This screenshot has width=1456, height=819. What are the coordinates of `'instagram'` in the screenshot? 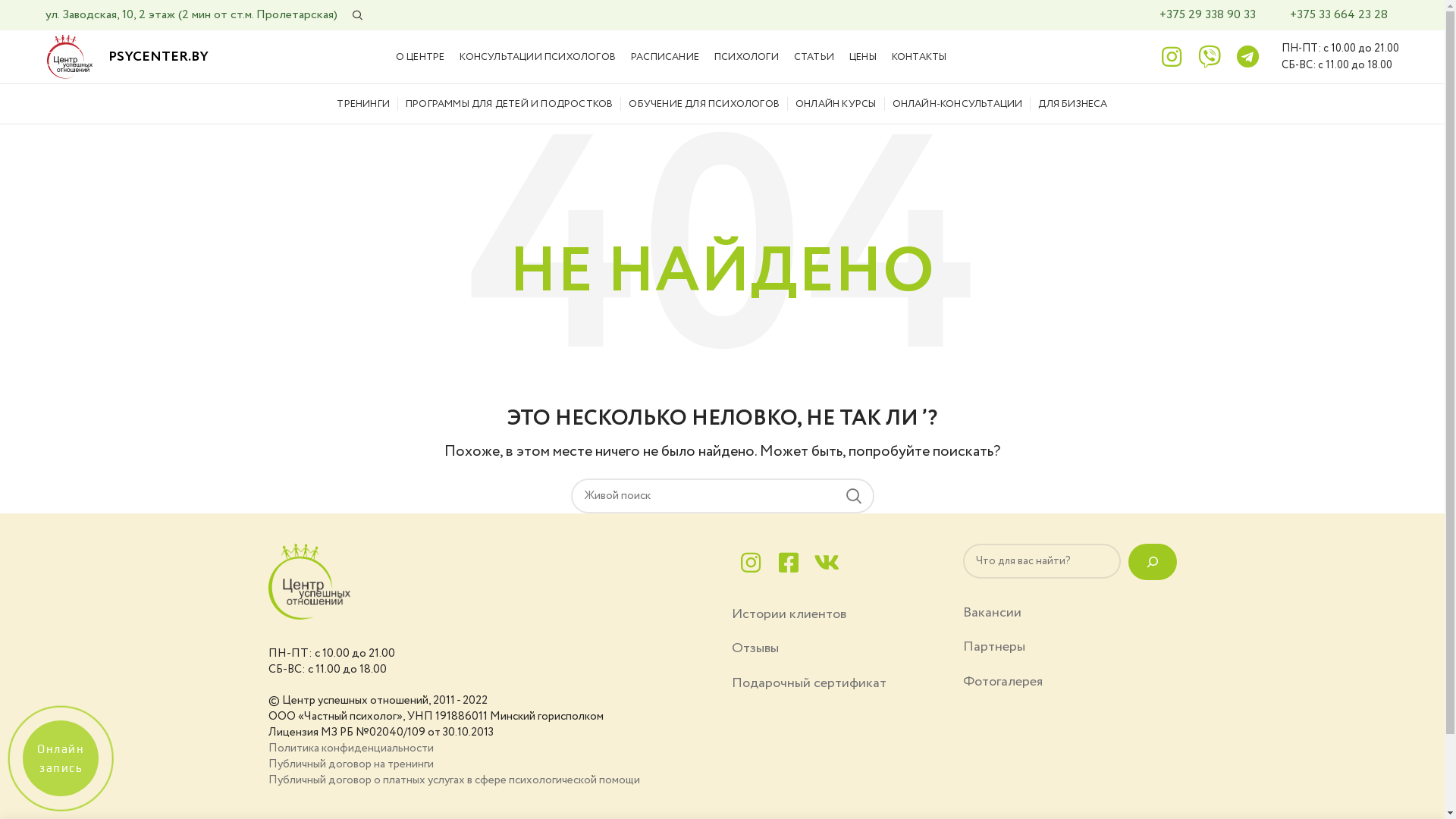 It's located at (749, 562).